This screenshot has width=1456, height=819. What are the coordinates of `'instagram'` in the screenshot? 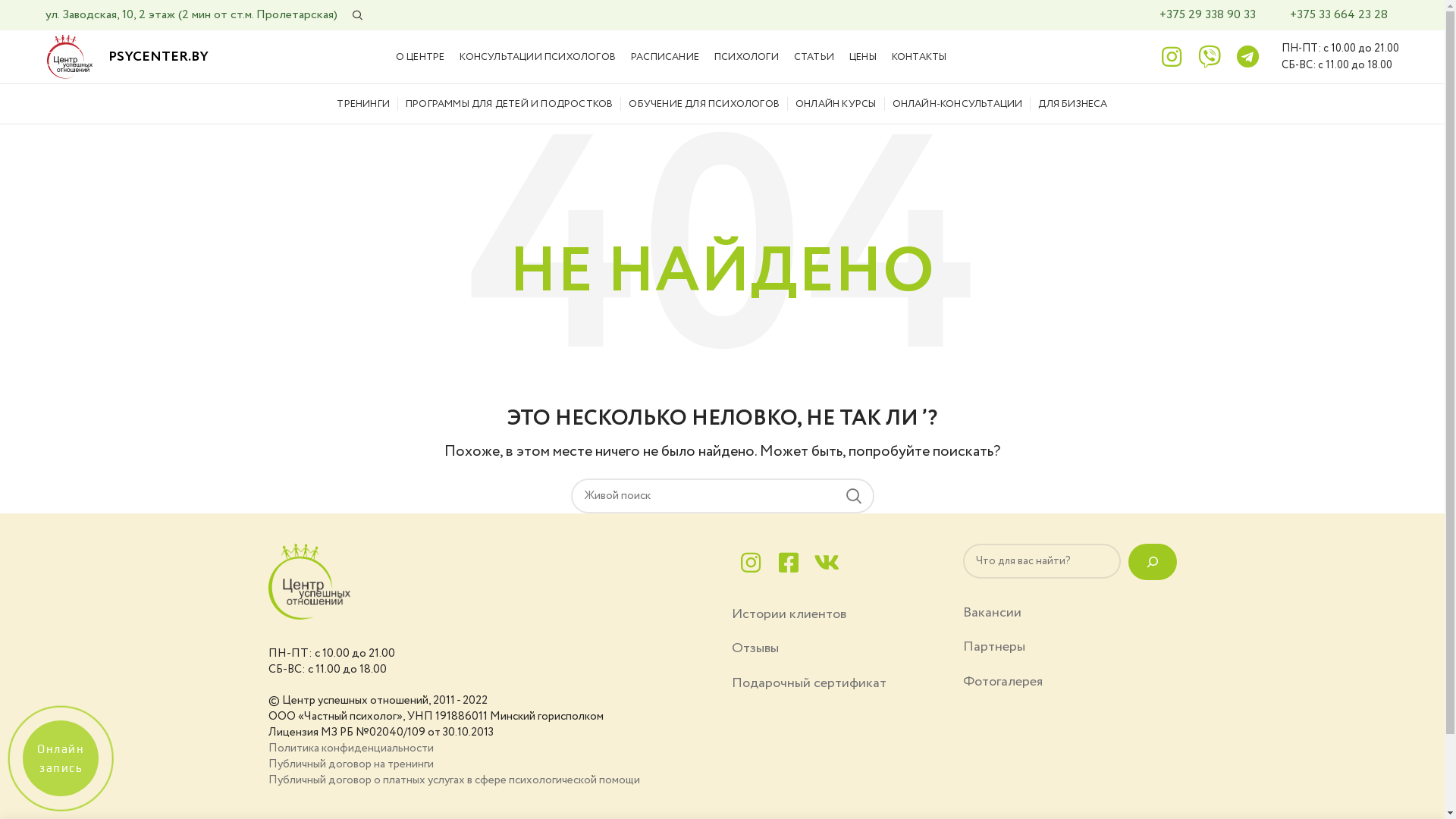 It's located at (749, 562).